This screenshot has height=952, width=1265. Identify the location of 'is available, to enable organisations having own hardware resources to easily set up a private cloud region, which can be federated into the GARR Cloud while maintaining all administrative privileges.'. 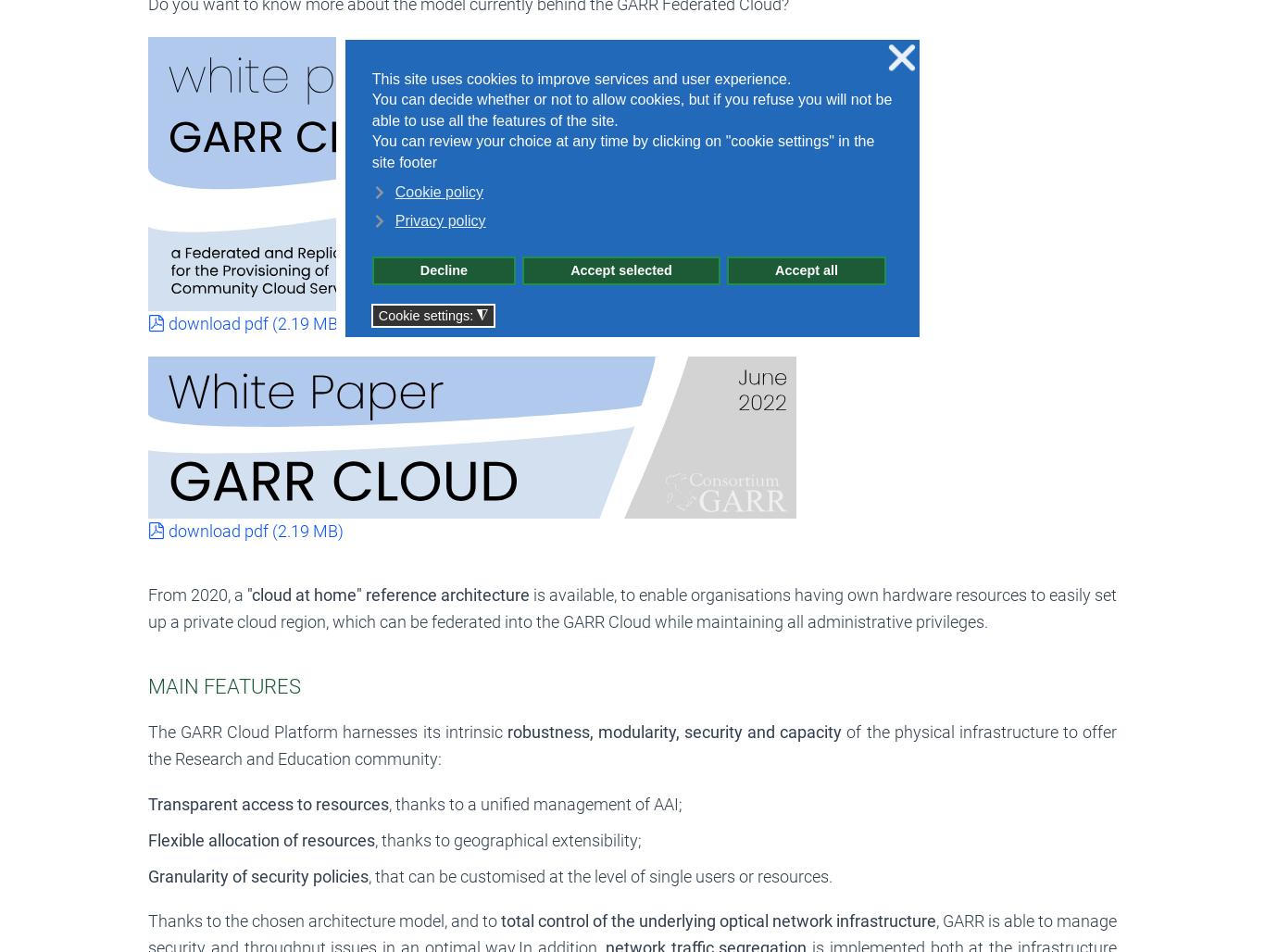
(632, 608).